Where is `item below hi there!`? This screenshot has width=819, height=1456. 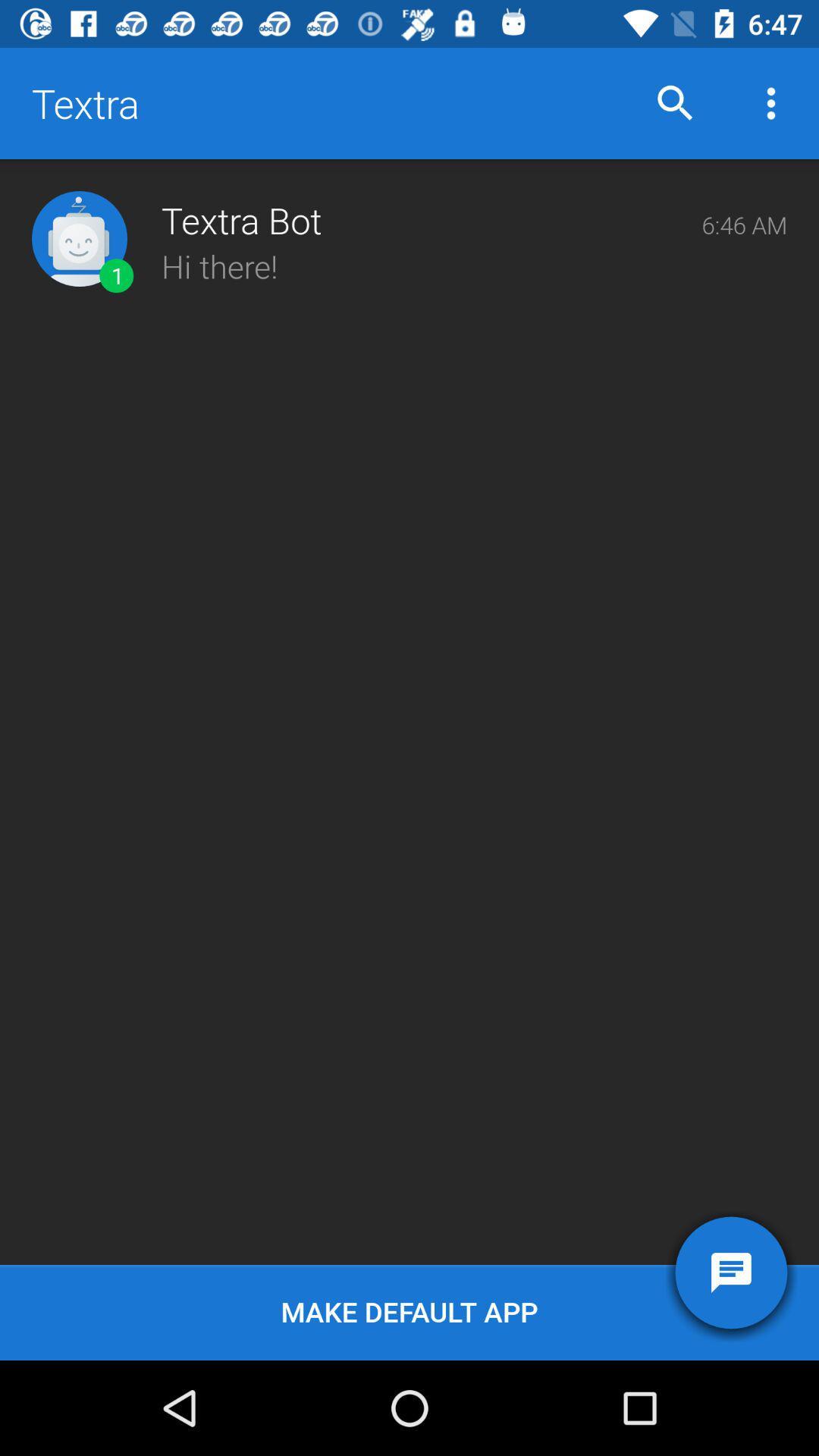
item below hi there! is located at coordinates (730, 1272).